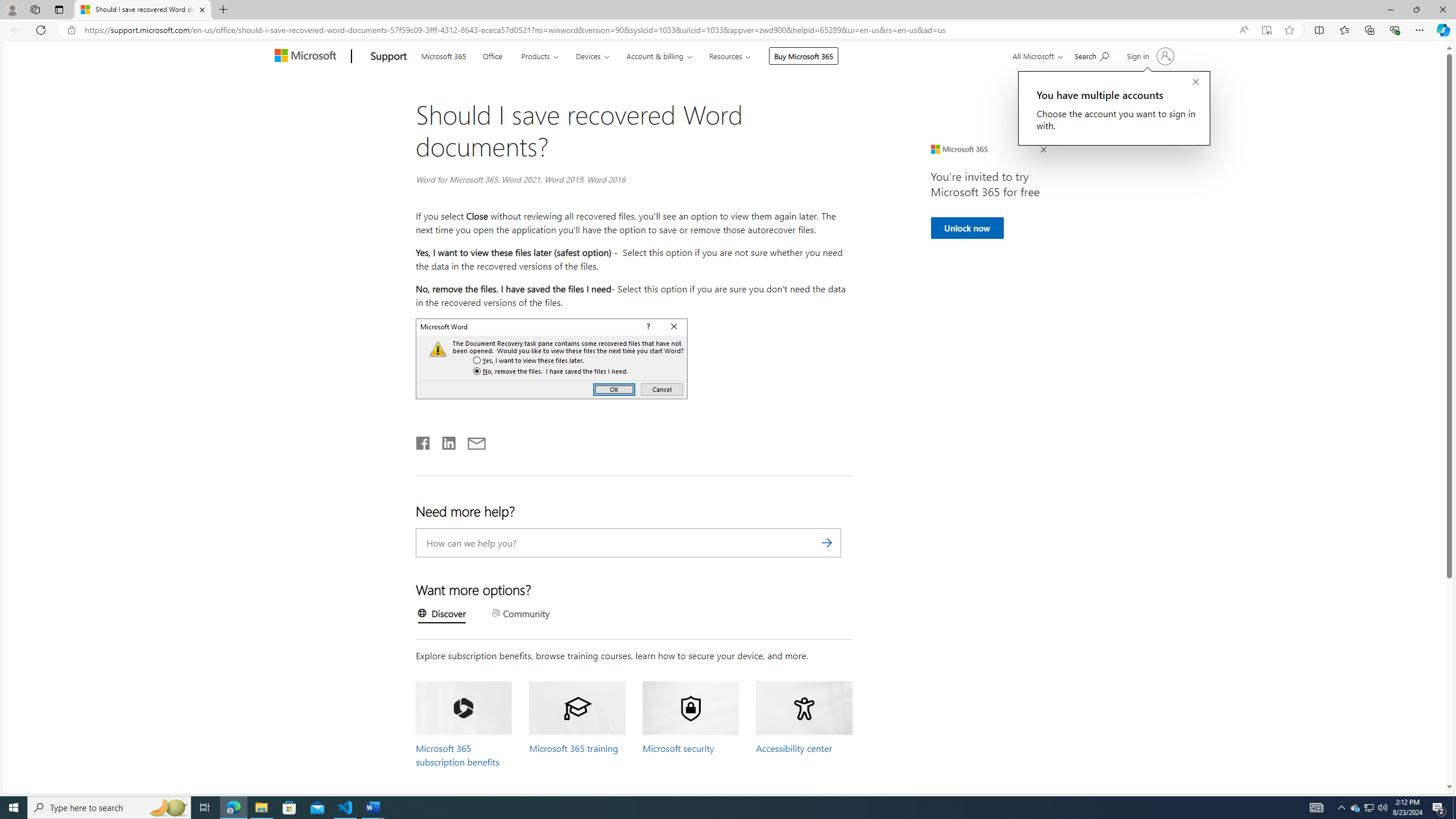 This screenshot has height=819, width=1456. Describe the element at coordinates (492, 54) in the screenshot. I see `'Office'` at that location.